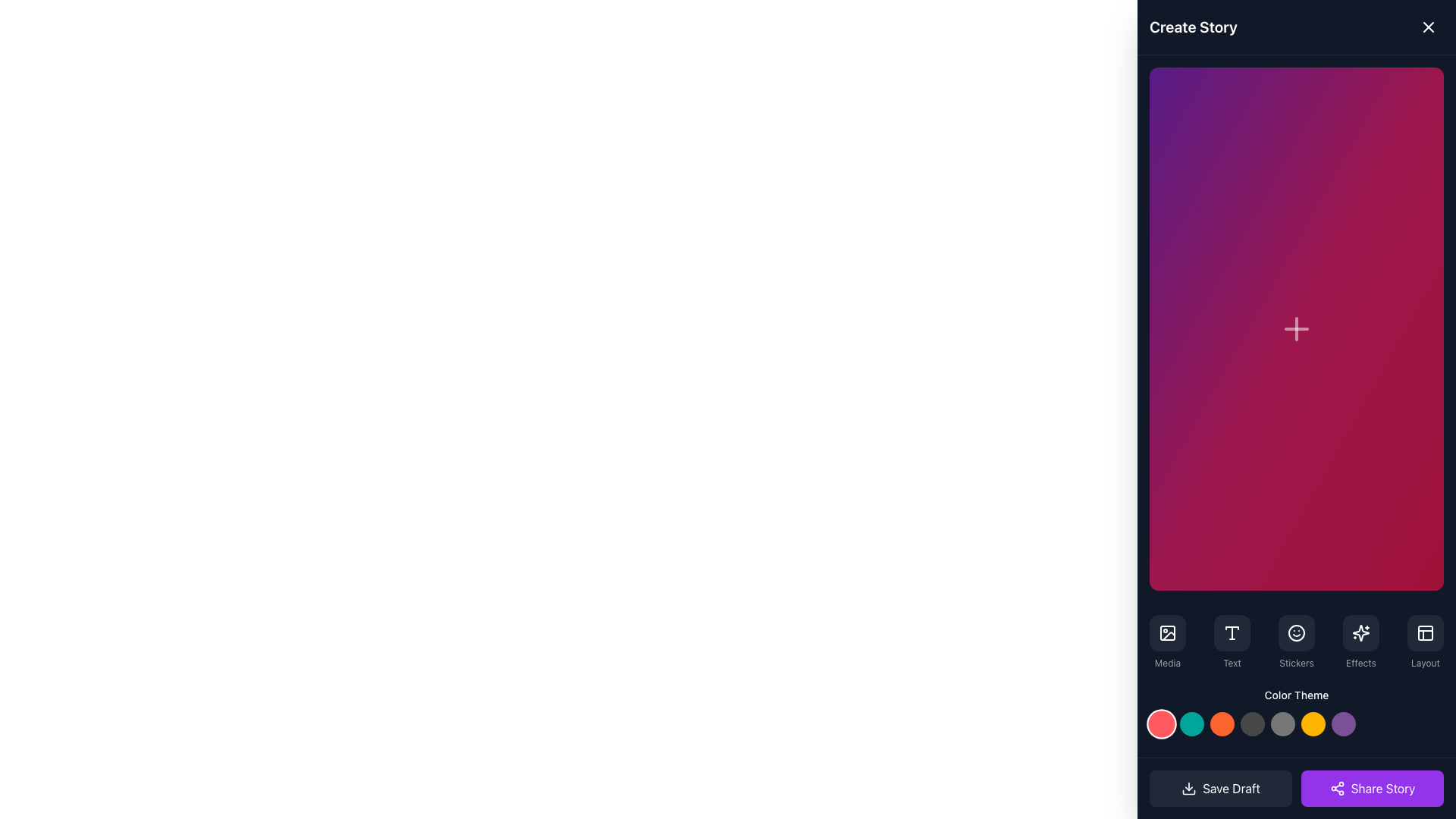  Describe the element at coordinates (1295, 632) in the screenshot. I see `the sticker icon button located in the bottom section of the interface, which is part of a group of rounded buttons on the right-hand side` at that location.